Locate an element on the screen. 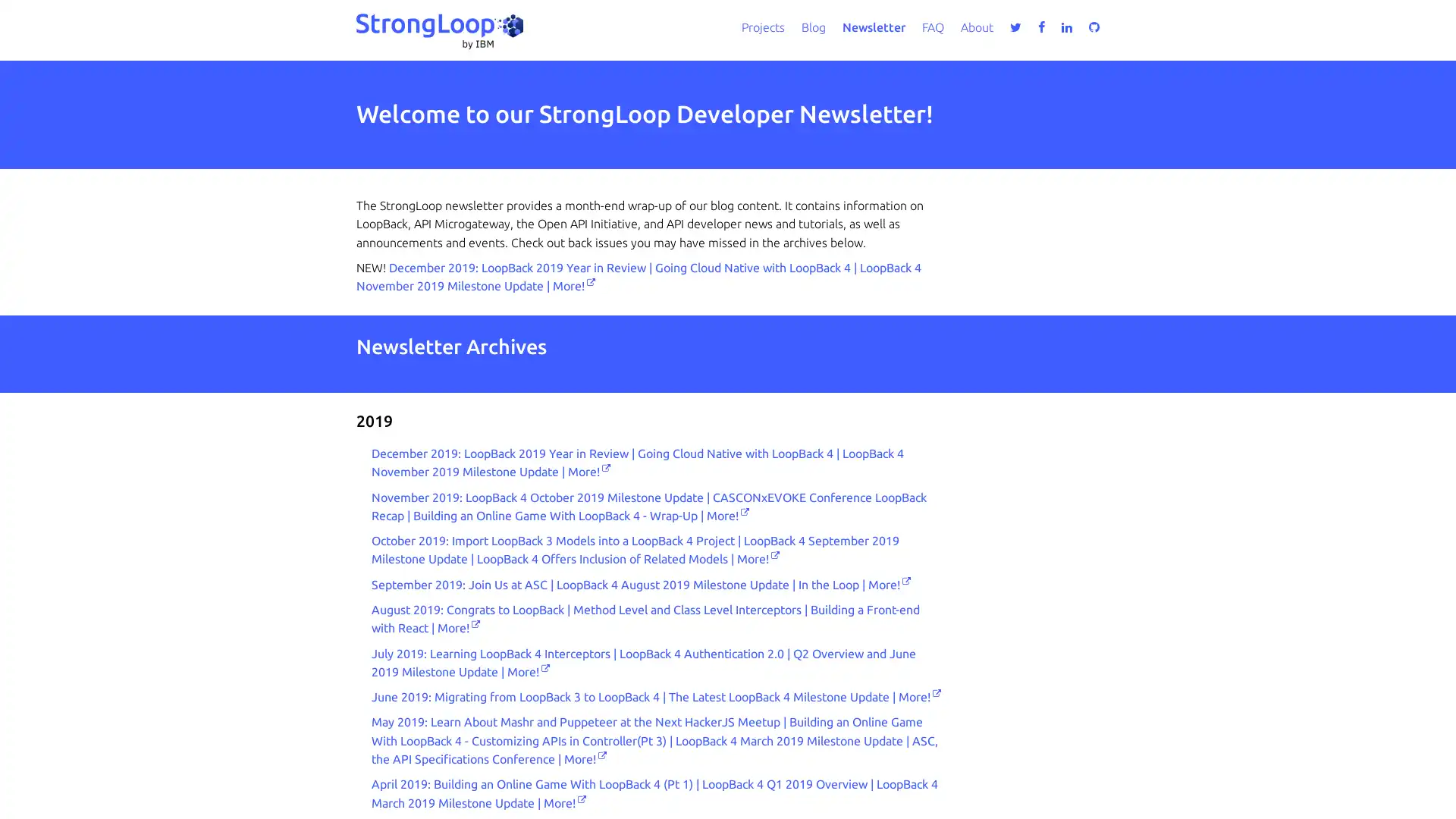 The height and width of the screenshot is (819, 1456). close icon is located at coordinates (1444, 704).